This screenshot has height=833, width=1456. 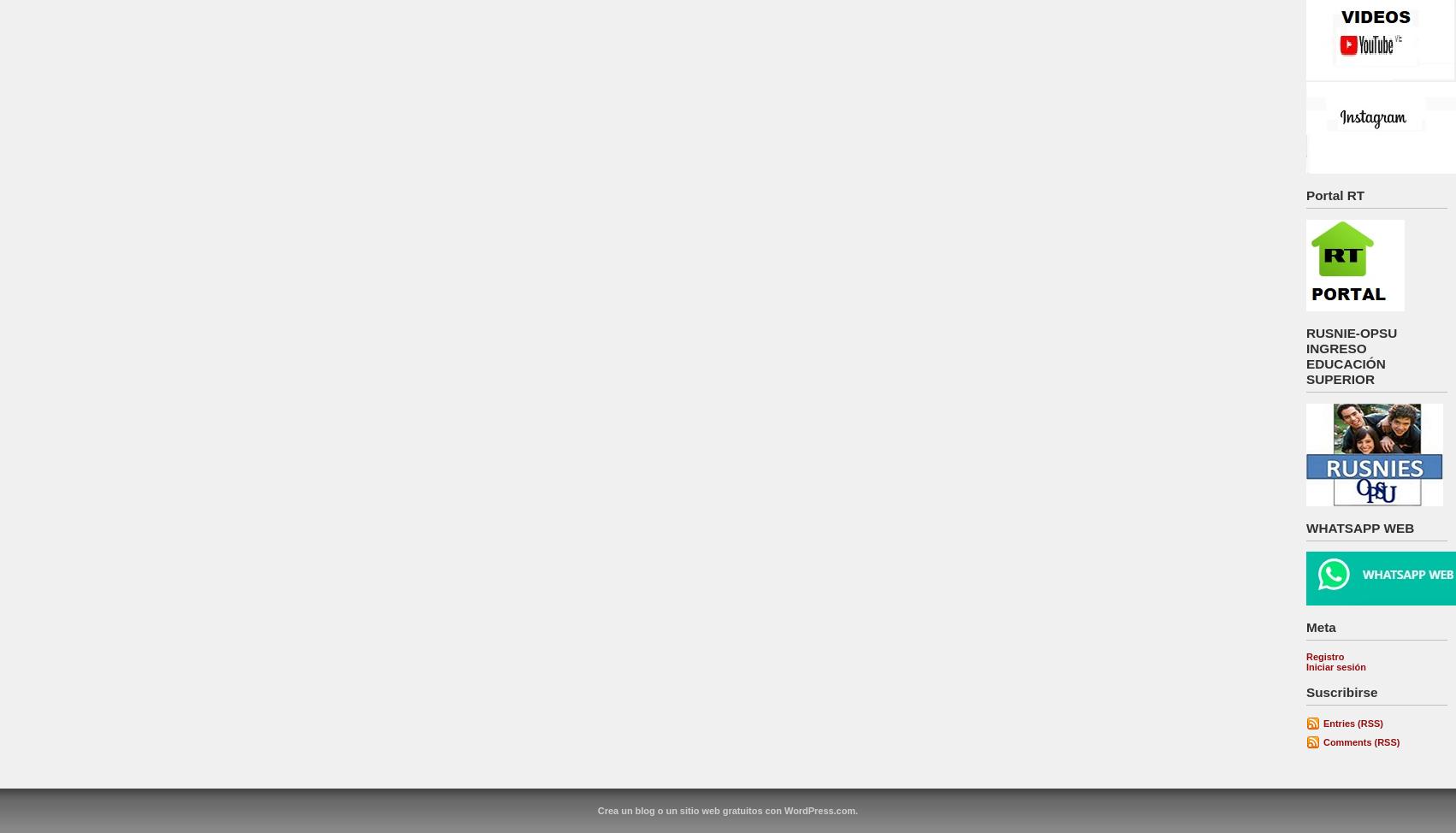 What do you see at coordinates (596, 809) in the screenshot?
I see `'Crea un blog o un sitio web gratuitos con WordPress.com.'` at bounding box center [596, 809].